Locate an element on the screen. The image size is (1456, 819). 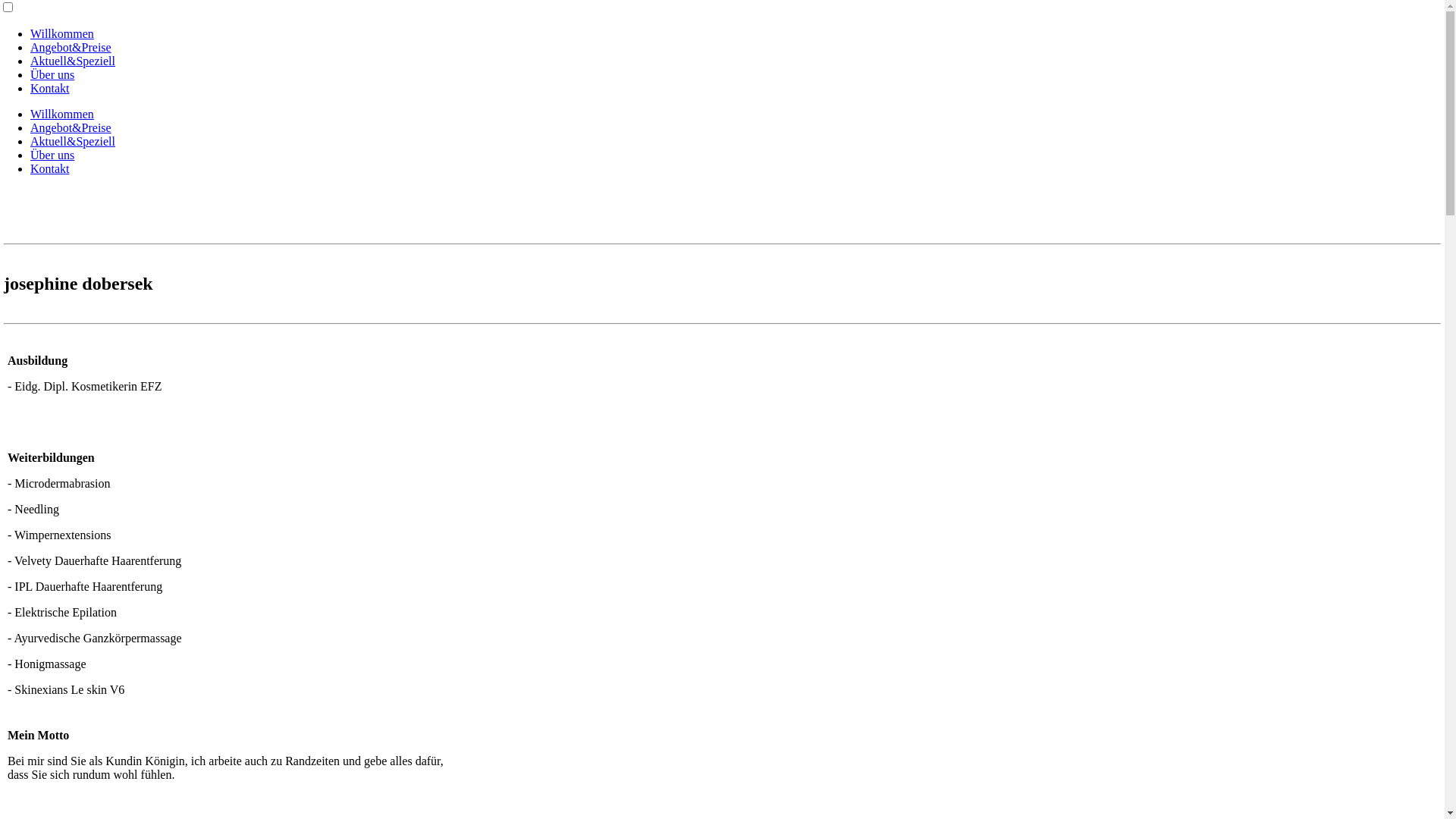
'Kontakt' is located at coordinates (50, 168).